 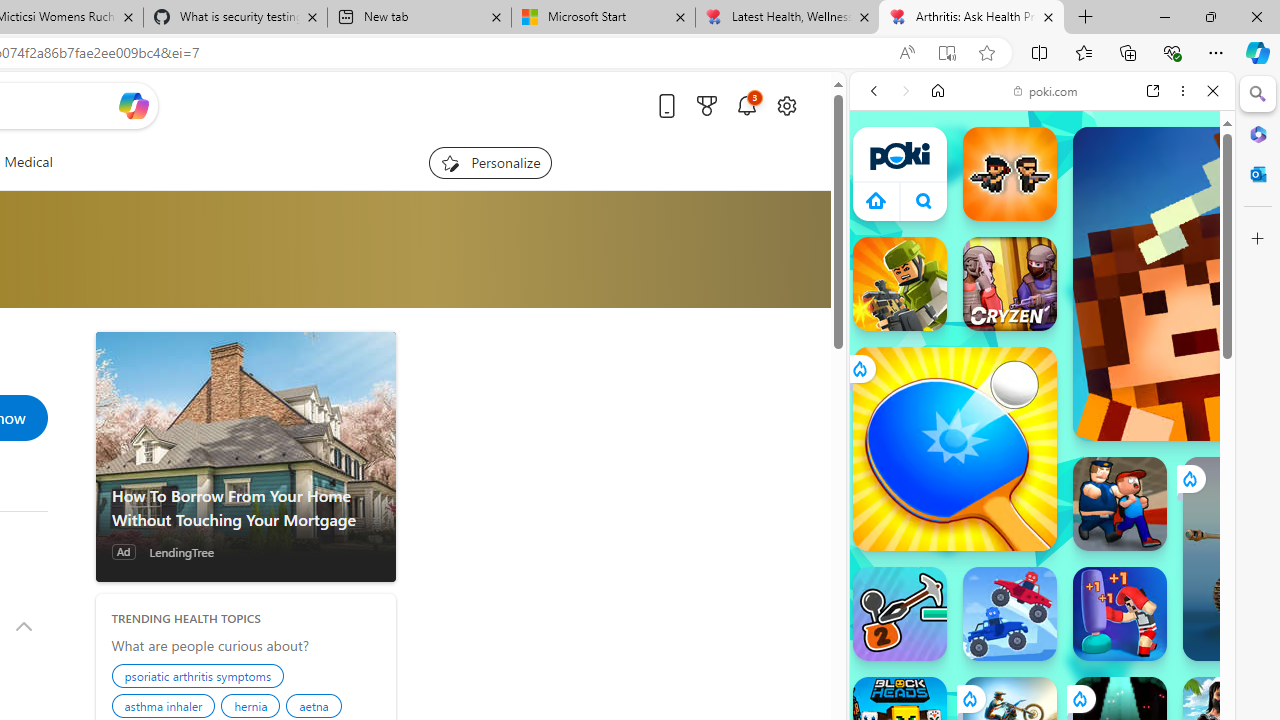 I want to click on 'Punch Legend Simulator', so click(x=1120, y=613).